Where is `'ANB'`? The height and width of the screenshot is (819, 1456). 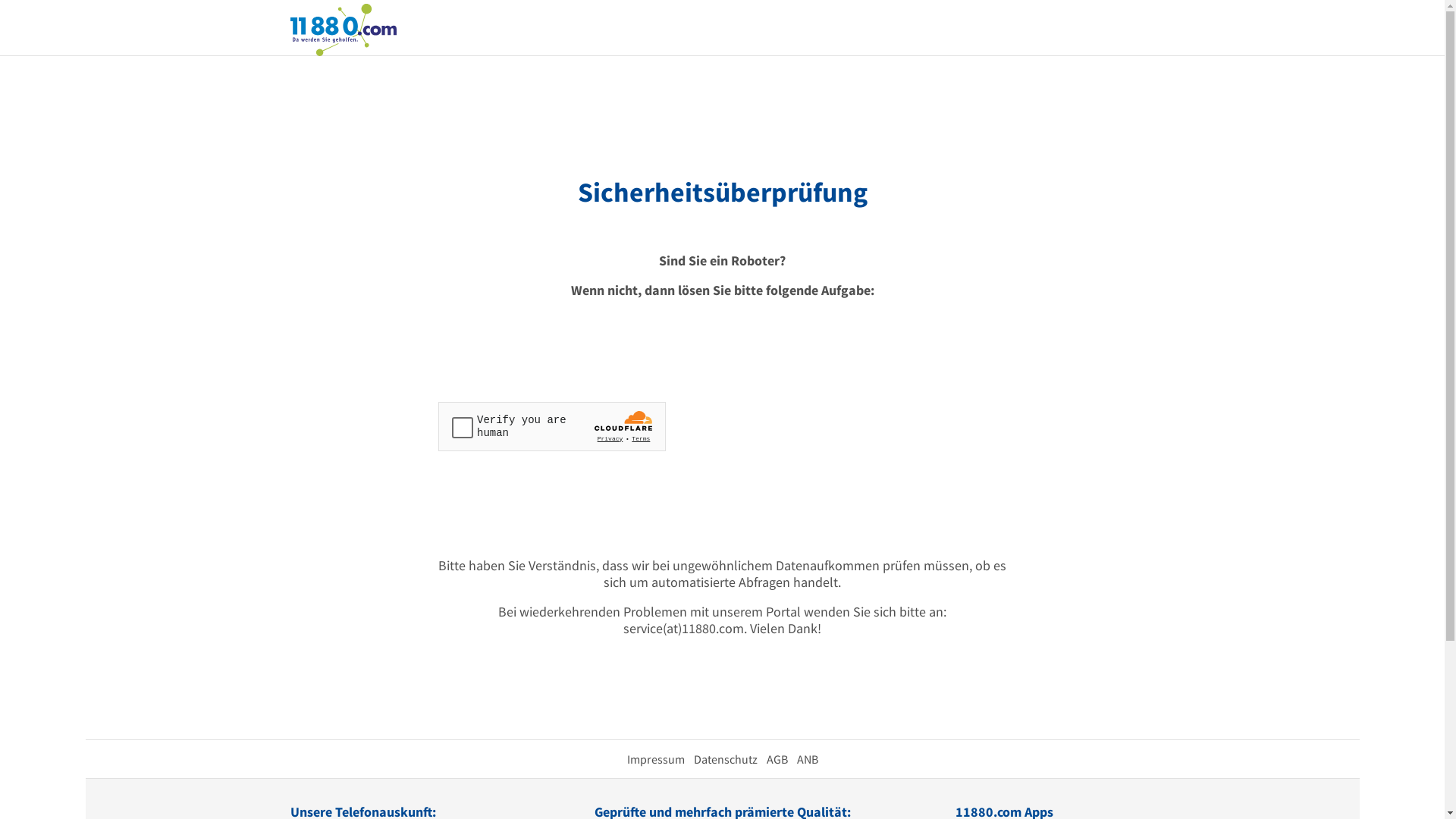
'ANB' is located at coordinates (806, 759).